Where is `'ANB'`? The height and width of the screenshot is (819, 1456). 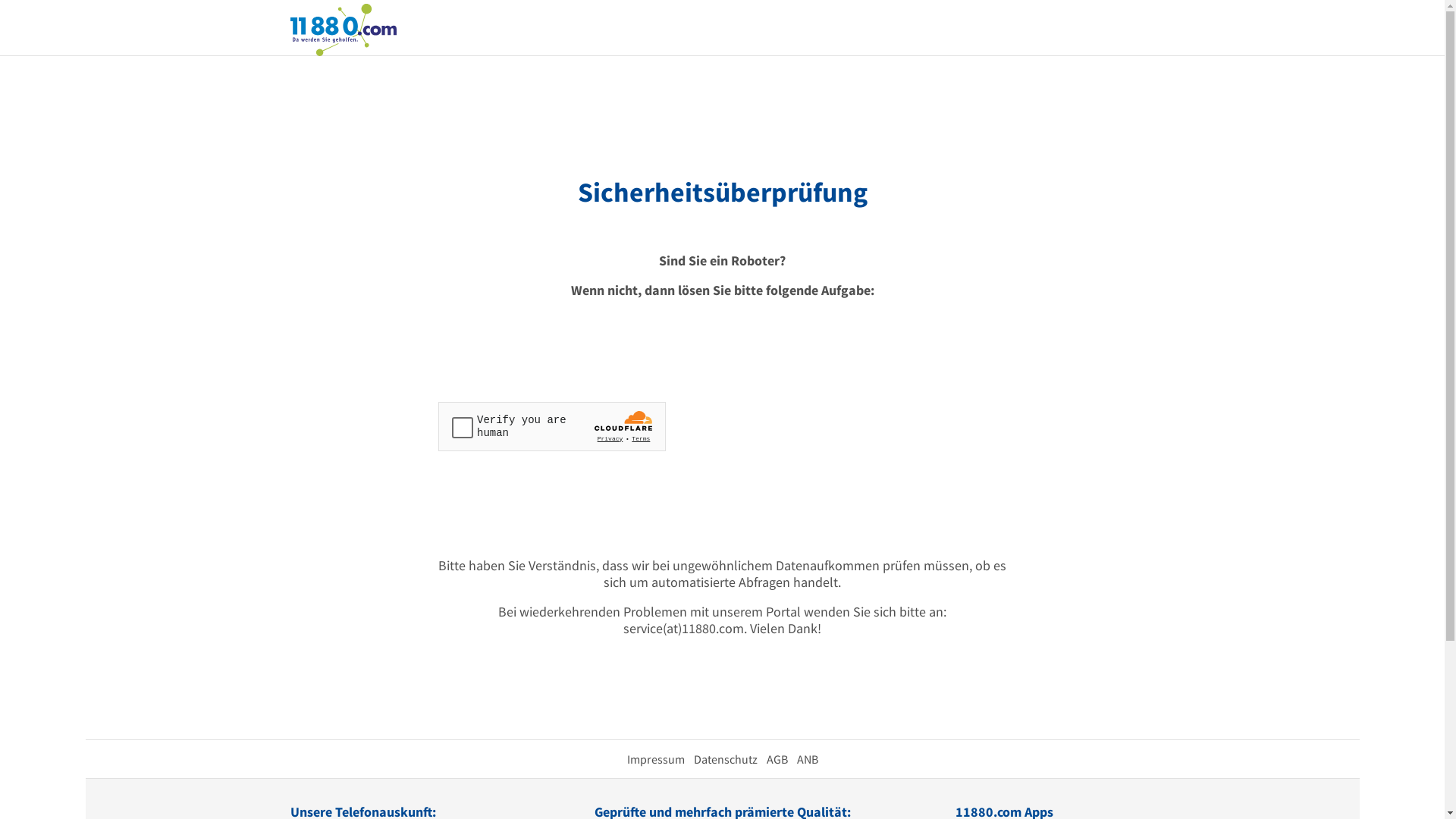
'ANB' is located at coordinates (806, 759).